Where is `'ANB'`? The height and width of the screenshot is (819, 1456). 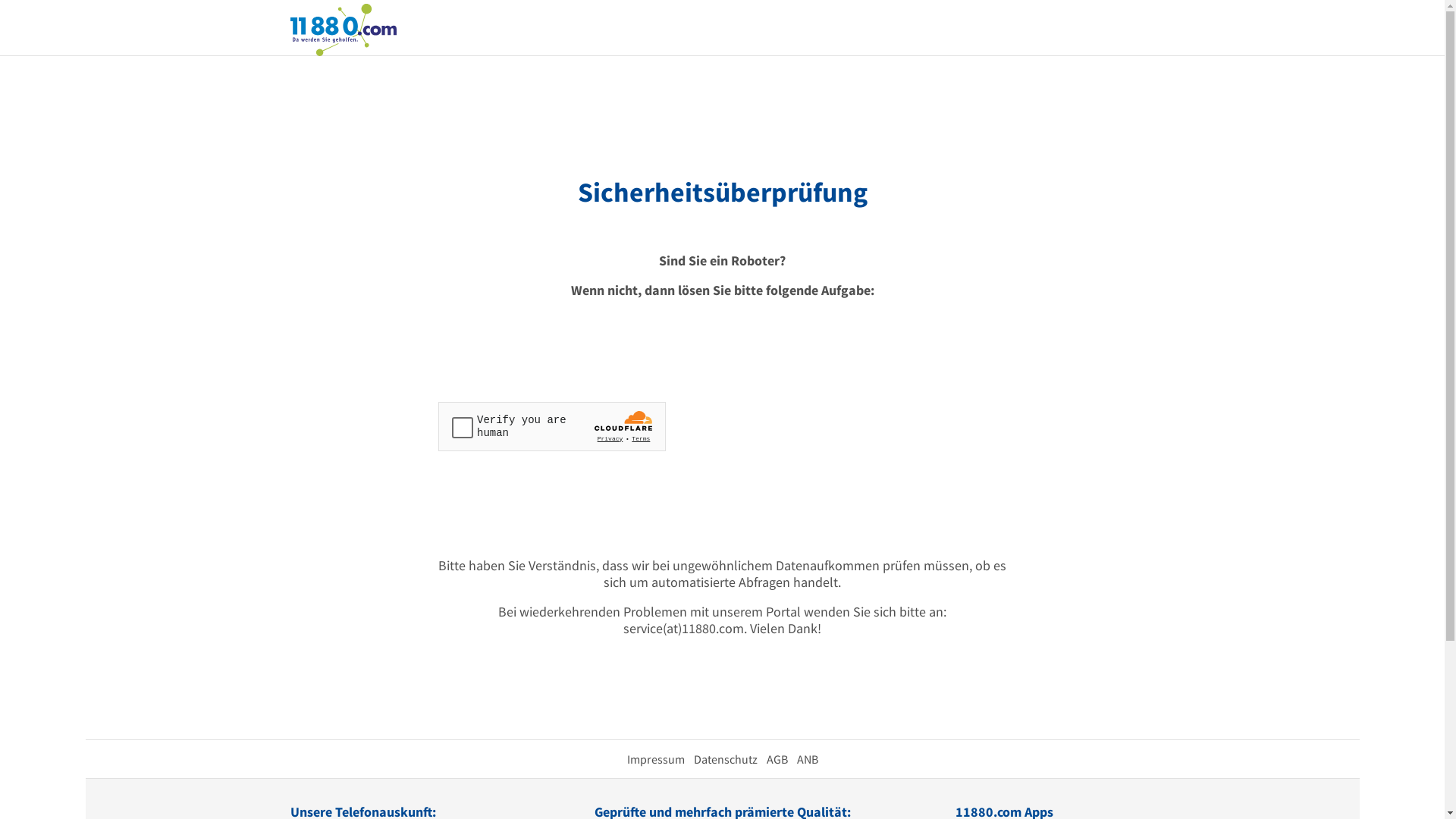
'ANB' is located at coordinates (806, 759).